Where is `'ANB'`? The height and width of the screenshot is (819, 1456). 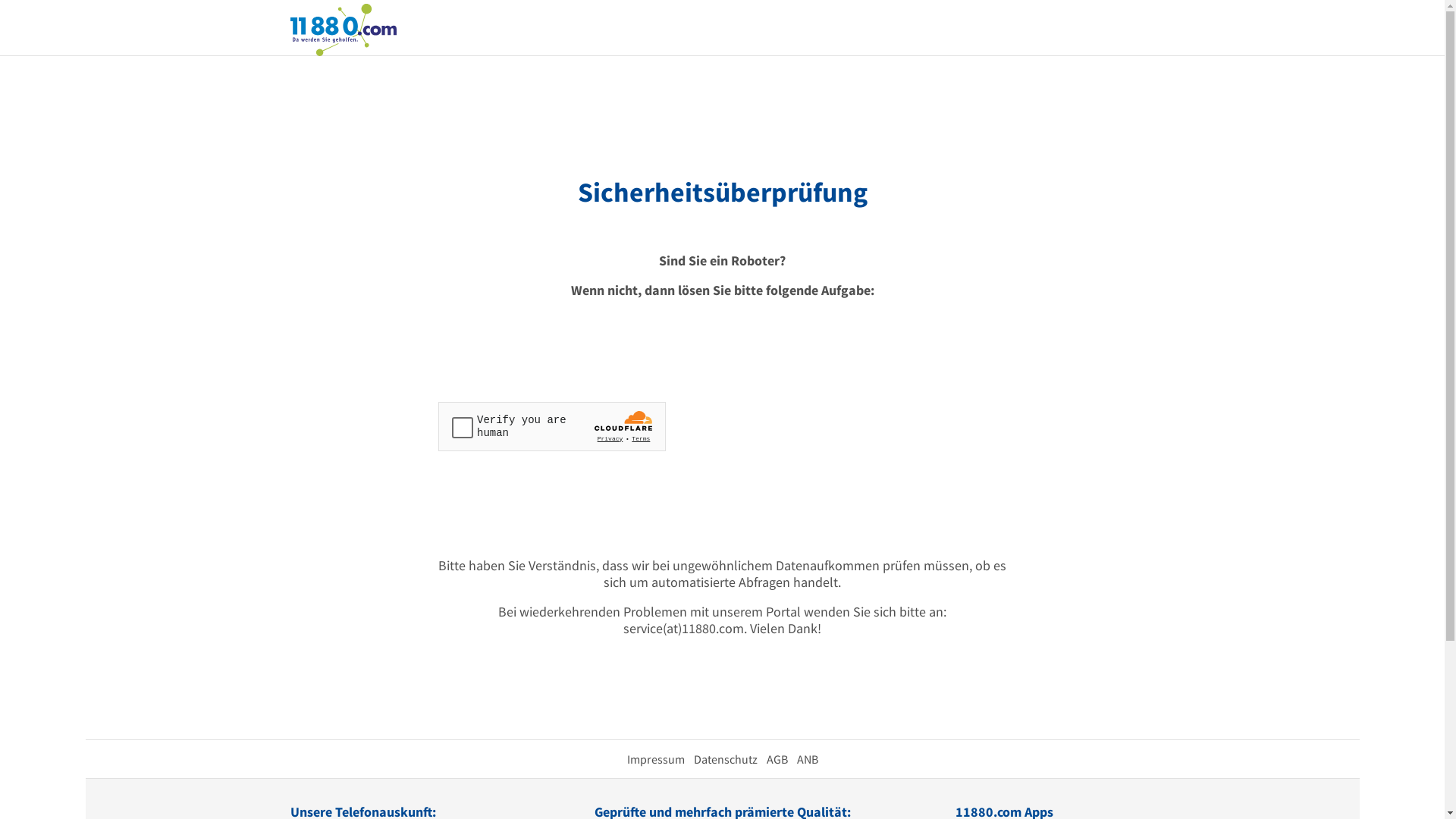
'ANB' is located at coordinates (806, 759).